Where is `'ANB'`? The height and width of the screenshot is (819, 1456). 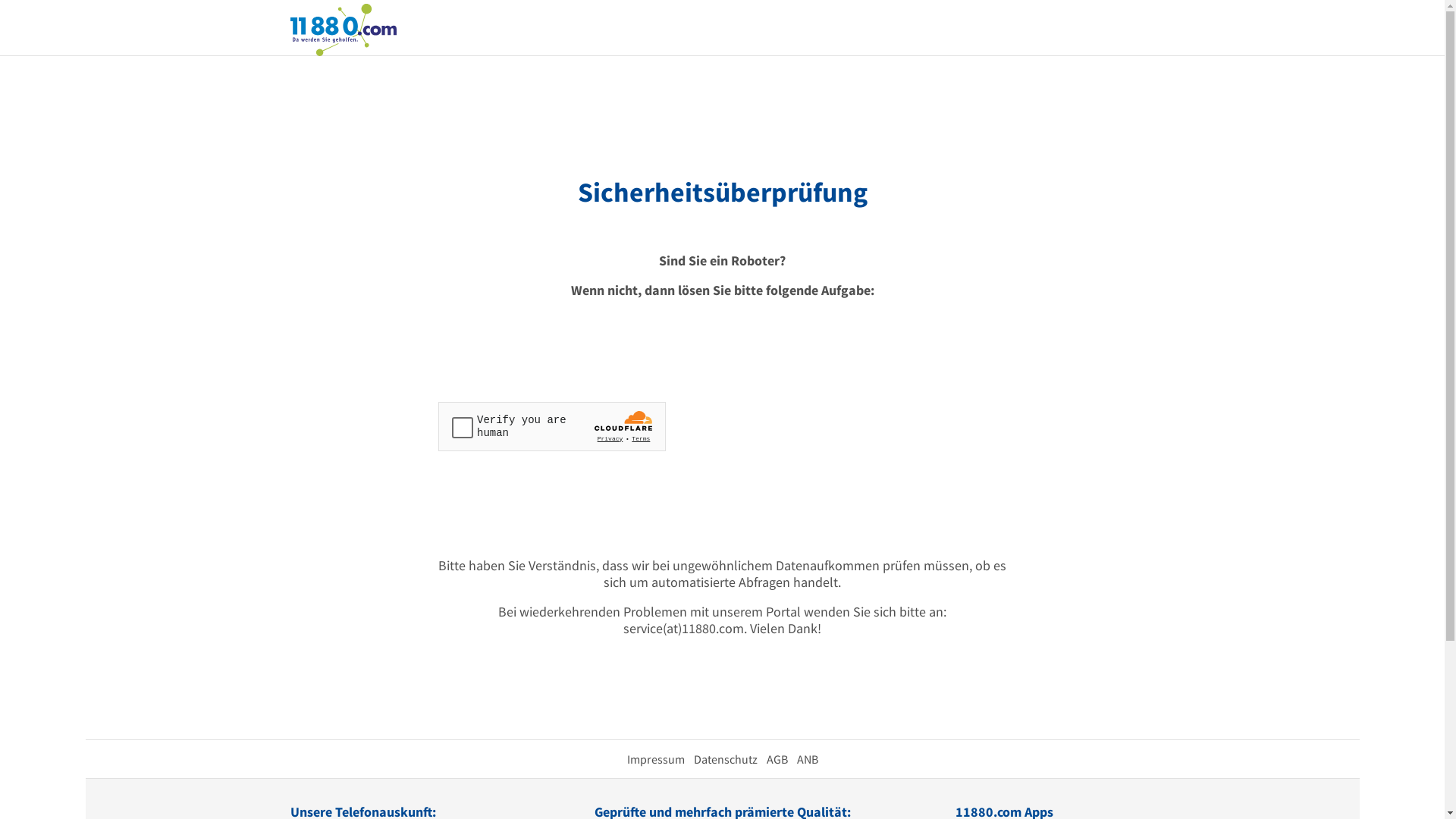
'ANB' is located at coordinates (806, 759).